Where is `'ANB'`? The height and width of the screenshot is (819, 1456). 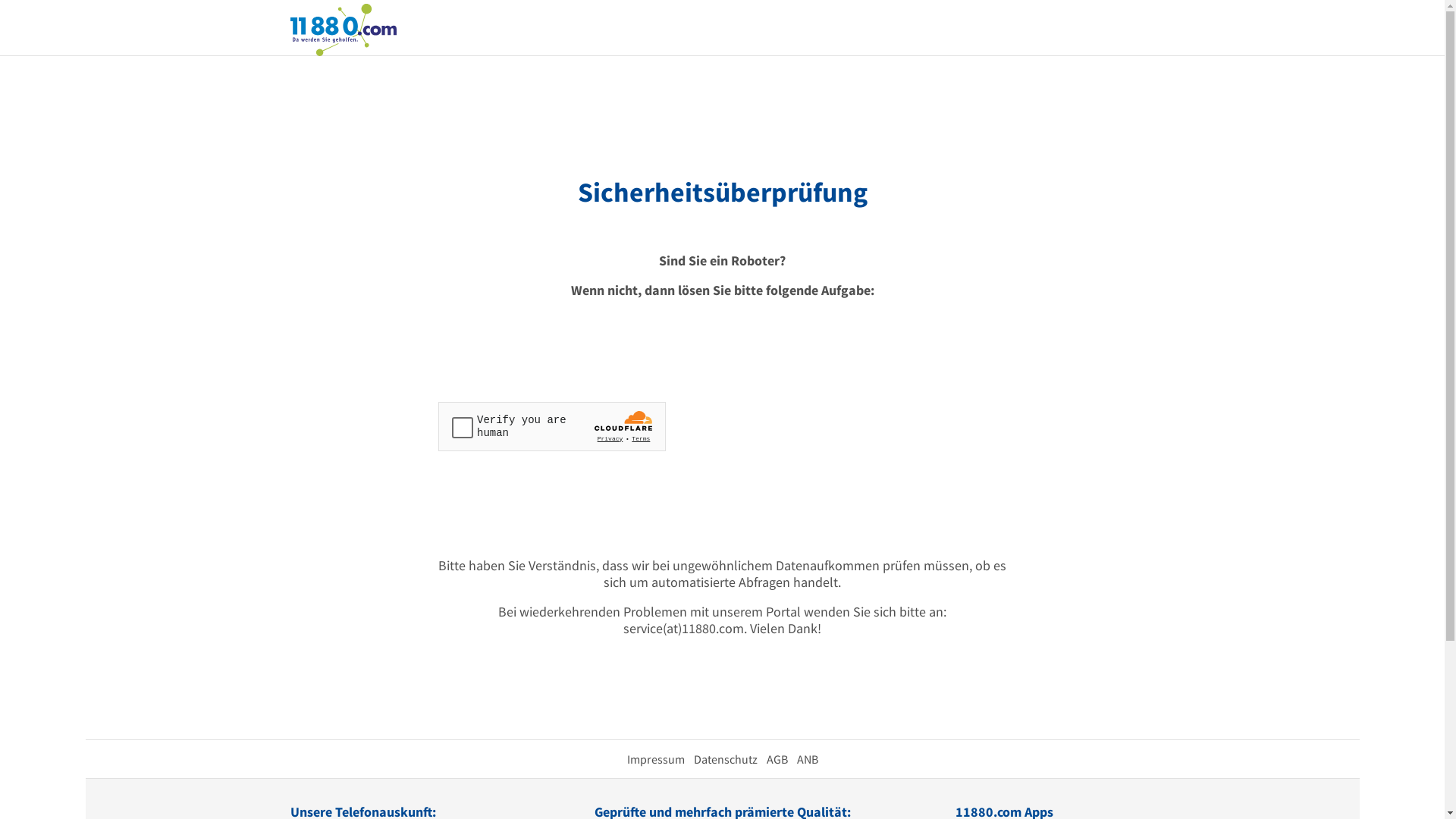
'ANB' is located at coordinates (806, 759).